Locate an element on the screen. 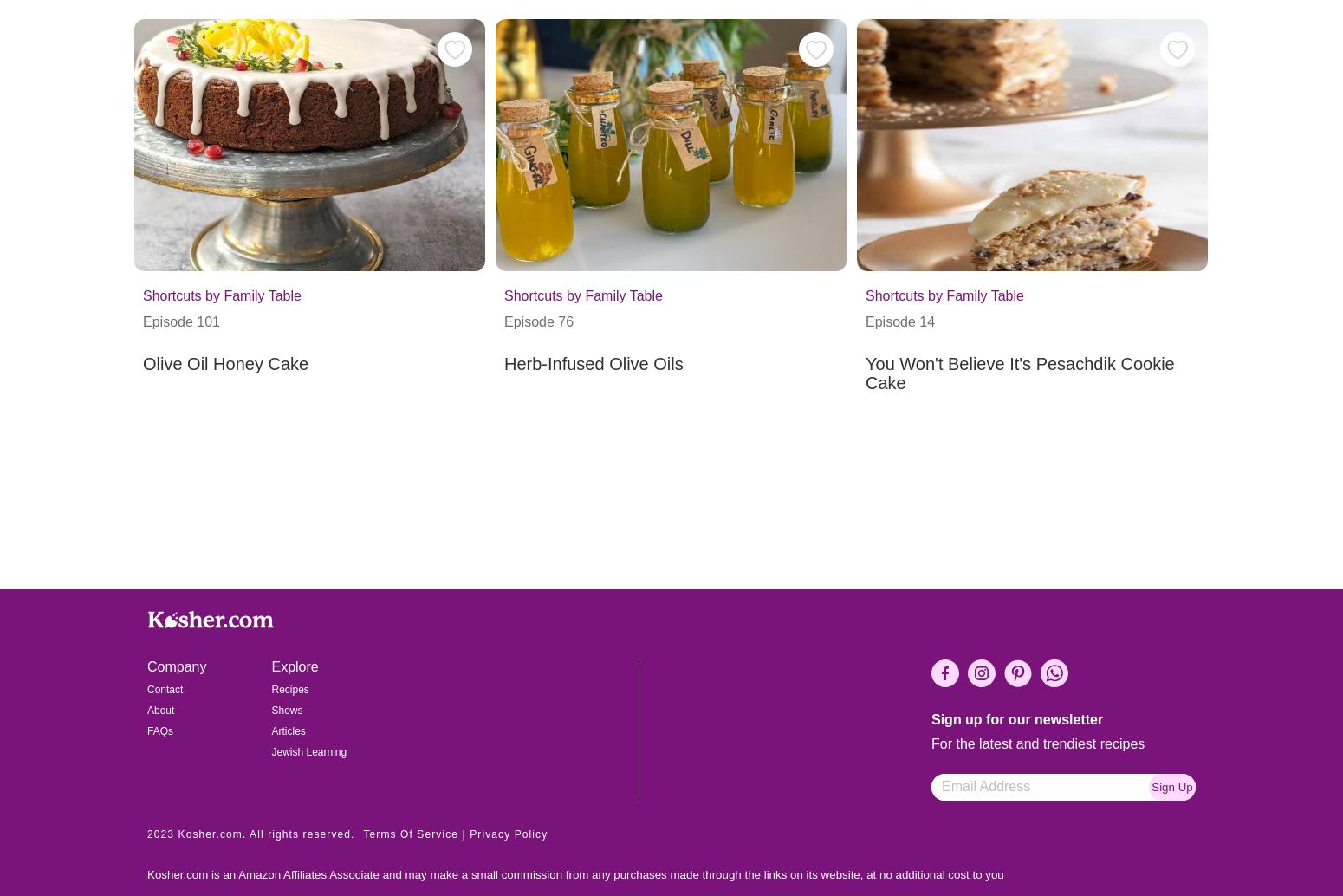  'For the latest and trendiest recipes' is located at coordinates (1037, 743).